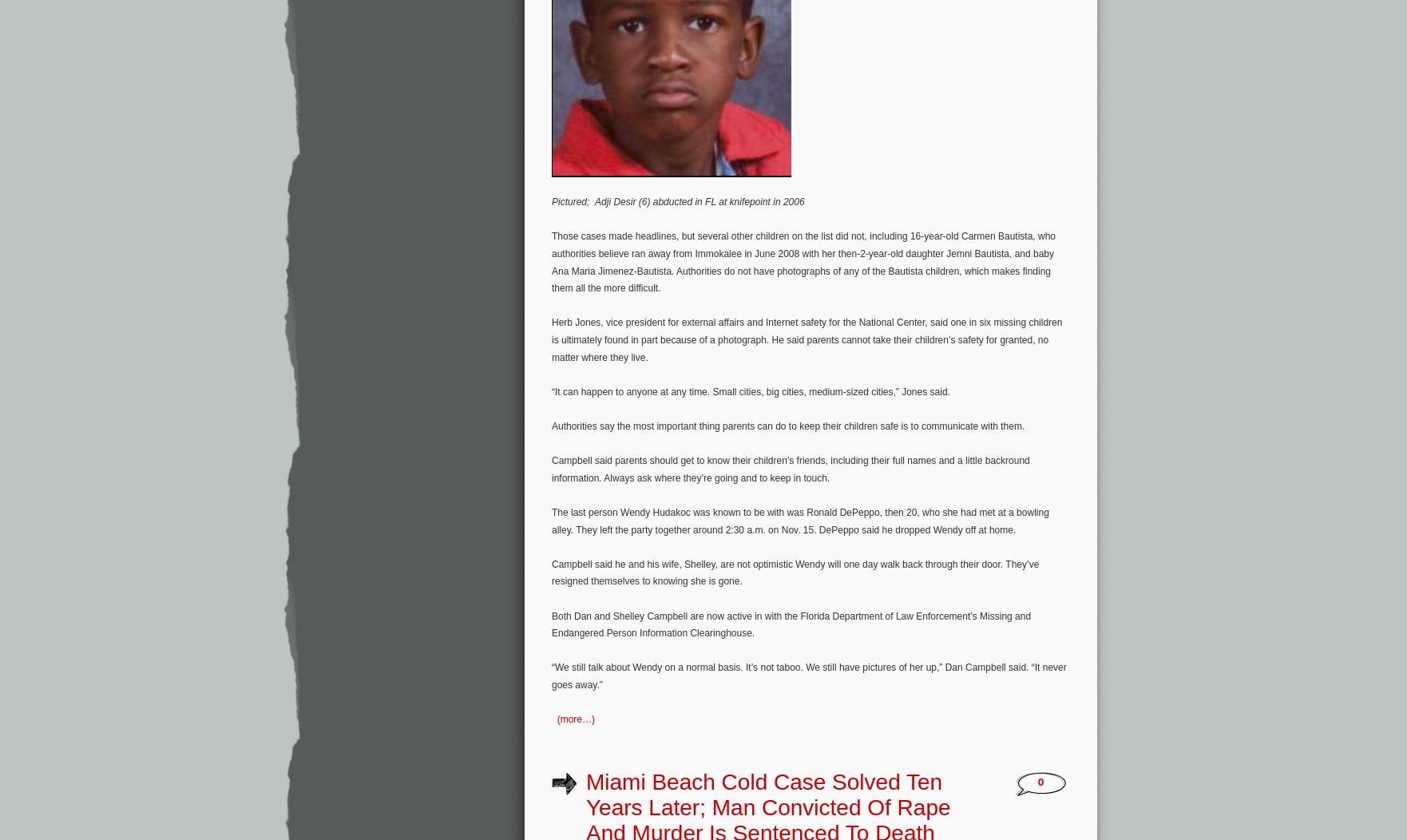 The height and width of the screenshot is (840, 1407). What do you see at coordinates (791, 468) in the screenshot?
I see `'Campbell said parents should get to know their children’s friends, including their full names and a little backround information. Always ask where they’re going and to keep in touch.'` at bounding box center [791, 468].